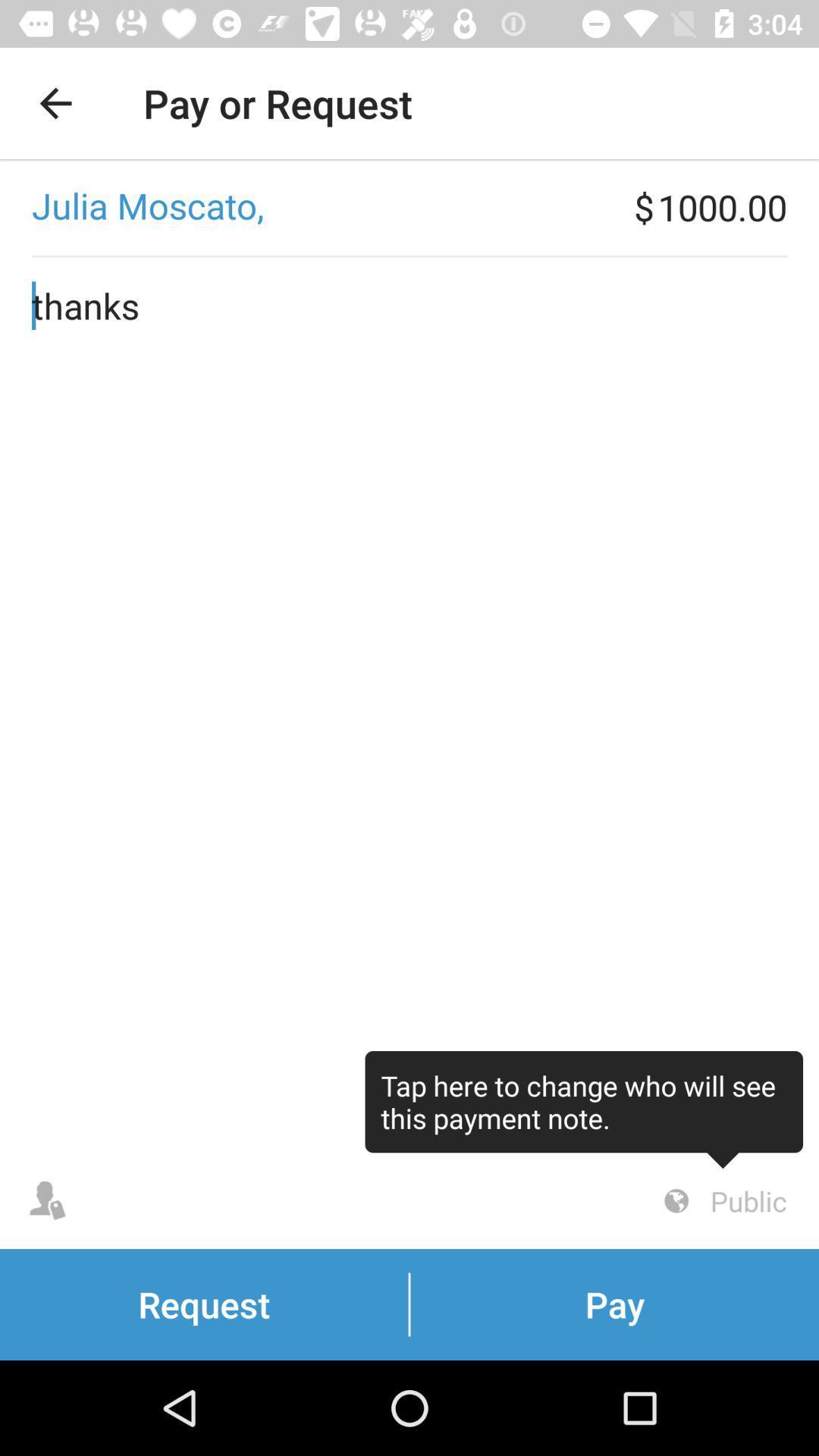 This screenshot has width=819, height=1456. What do you see at coordinates (722, 1200) in the screenshot?
I see `the public` at bounding box center [722, 1200].